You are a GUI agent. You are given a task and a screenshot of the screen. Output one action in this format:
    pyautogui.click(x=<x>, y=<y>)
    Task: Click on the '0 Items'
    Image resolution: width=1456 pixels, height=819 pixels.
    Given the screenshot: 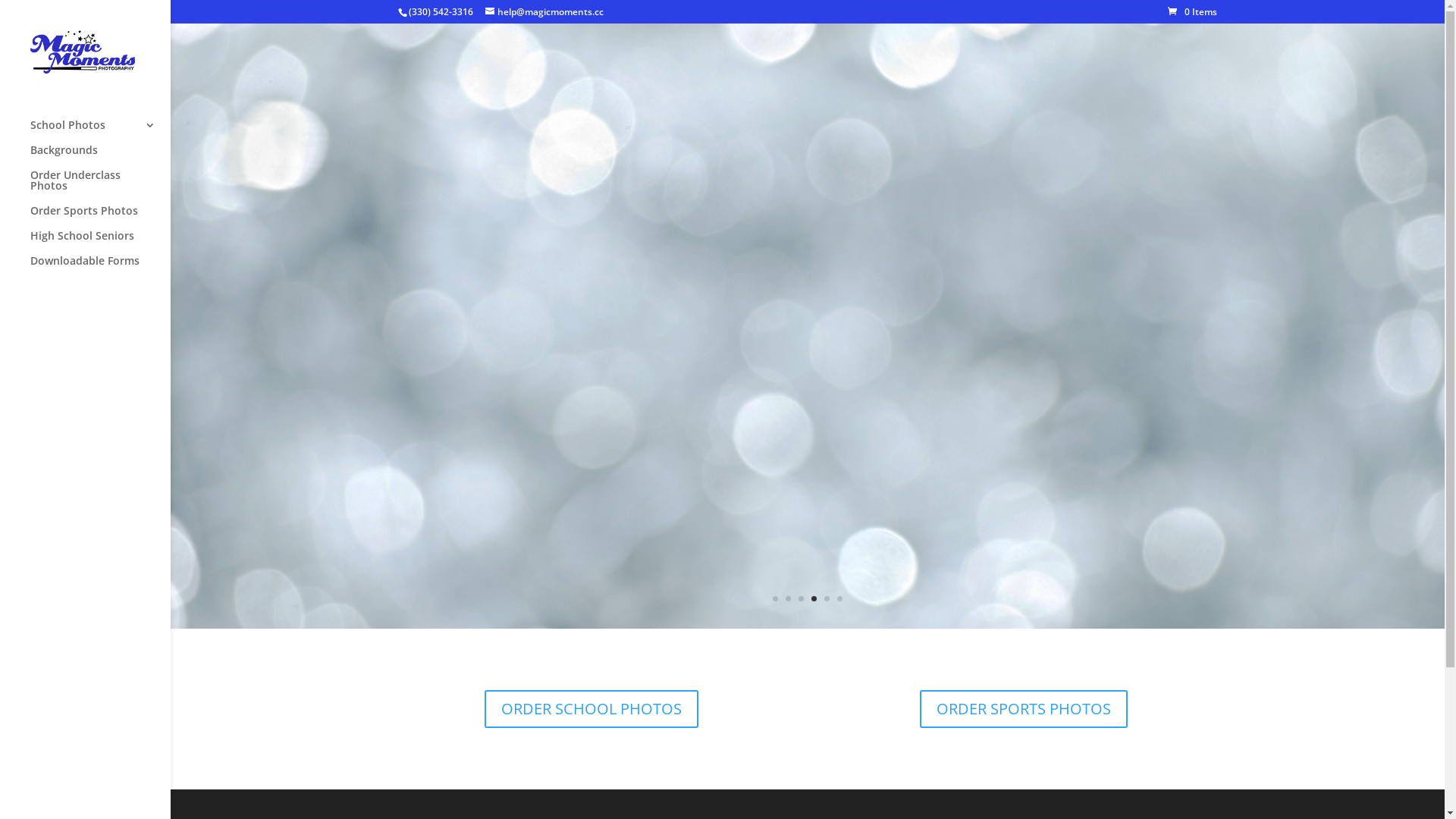 What is the action you would take?
    pyautogui.click(x=1191, y=11)
    